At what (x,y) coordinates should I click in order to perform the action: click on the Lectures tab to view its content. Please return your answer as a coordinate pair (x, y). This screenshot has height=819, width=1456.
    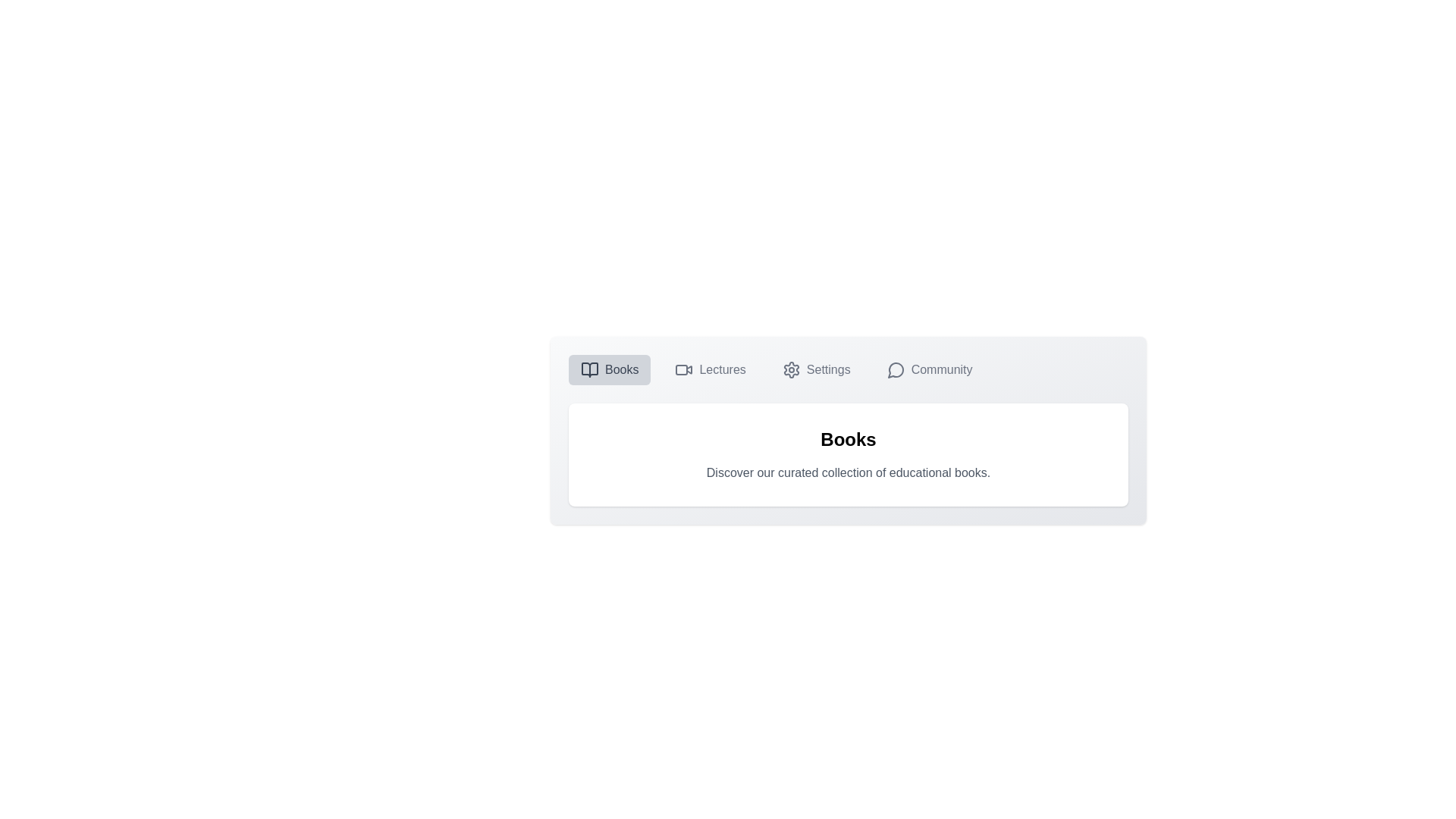
    Looking at the image, I should click on (709, 370).